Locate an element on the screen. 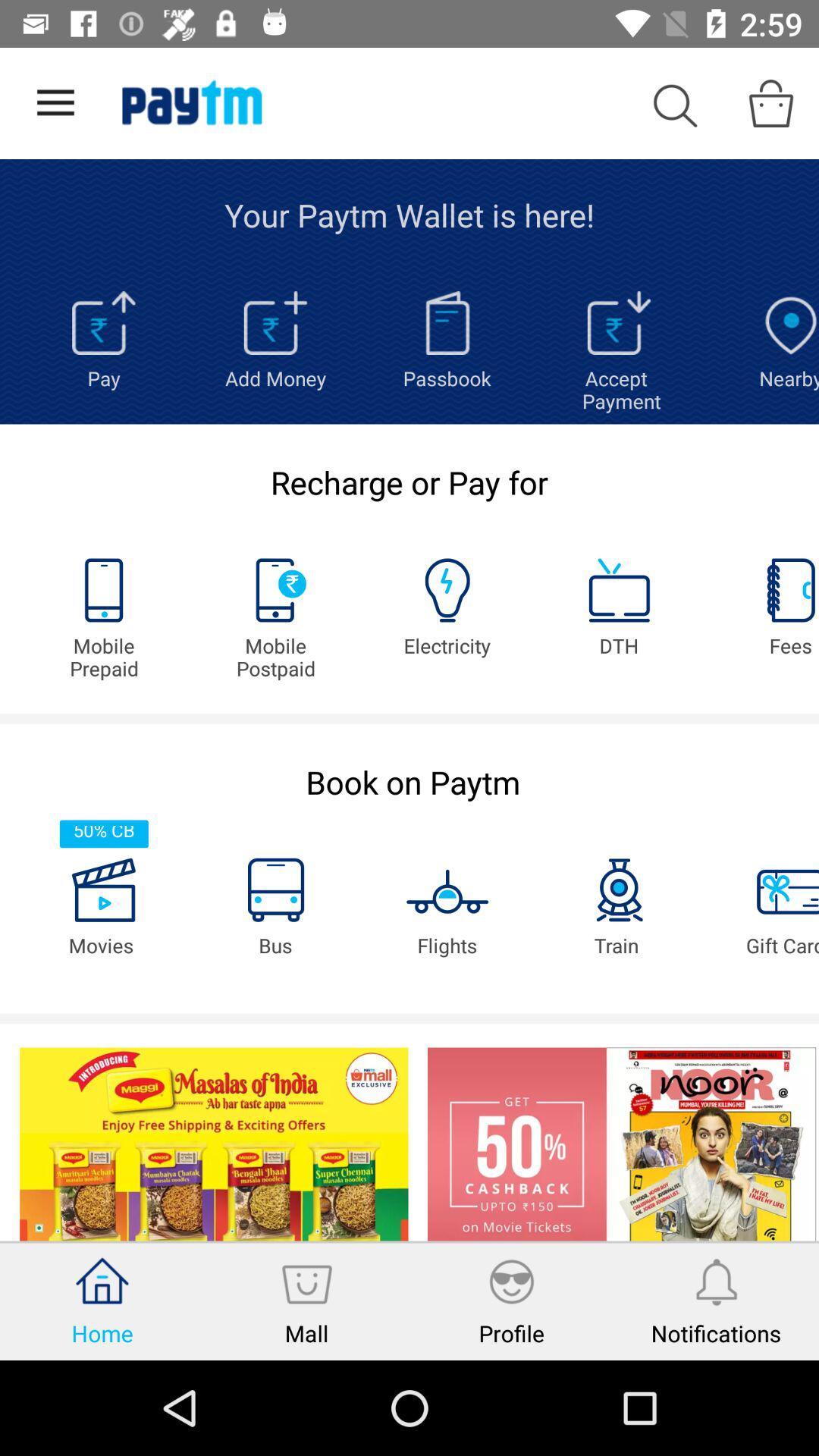 This screenshot has width=819, height=1456. your paytm wallet icon is located at coordinates (409, 214).